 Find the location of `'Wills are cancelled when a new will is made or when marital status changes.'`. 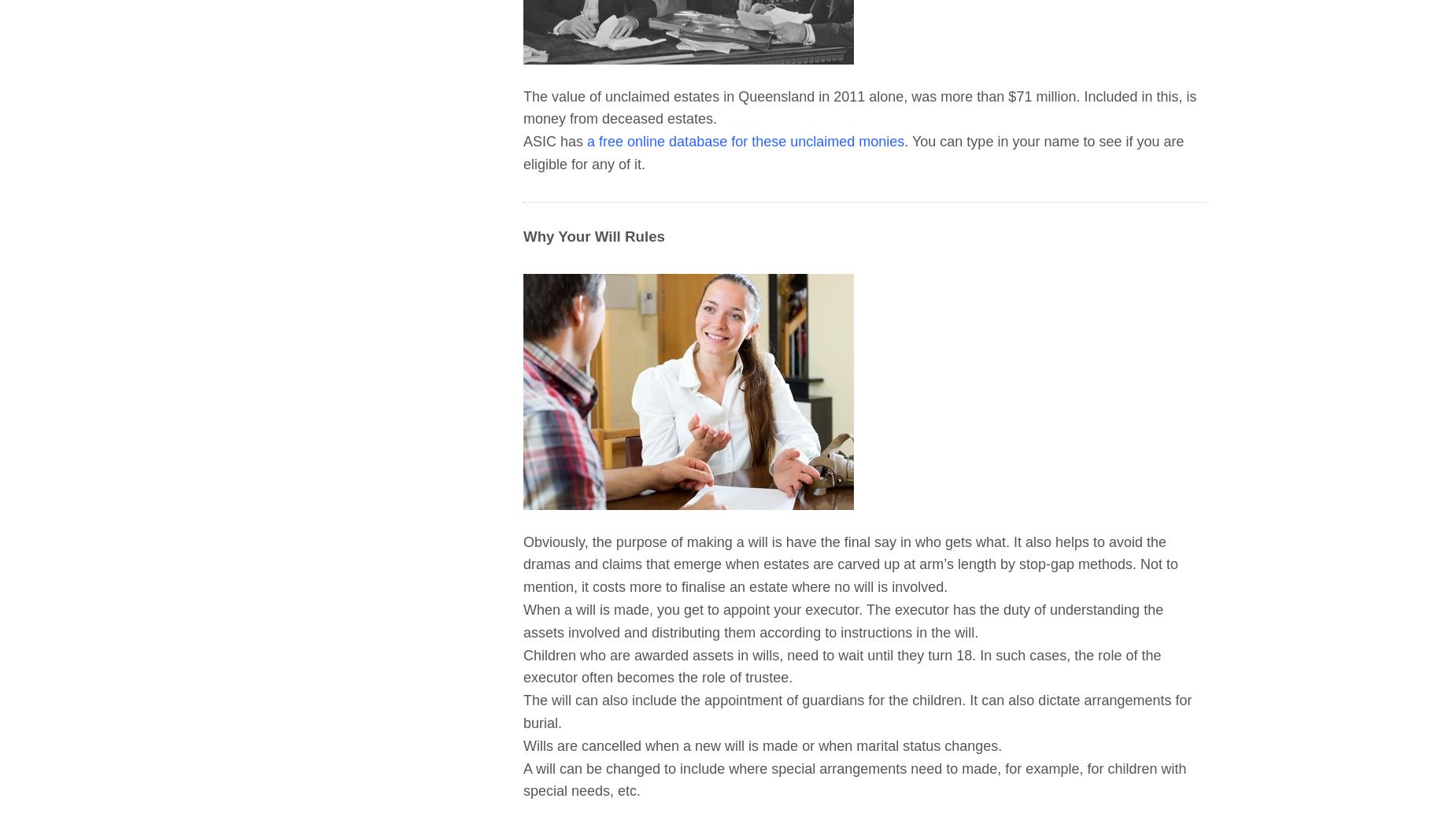

'Wills are cancelled when a new will is made or when marital status changes.' is located at coordinates (522, 745).